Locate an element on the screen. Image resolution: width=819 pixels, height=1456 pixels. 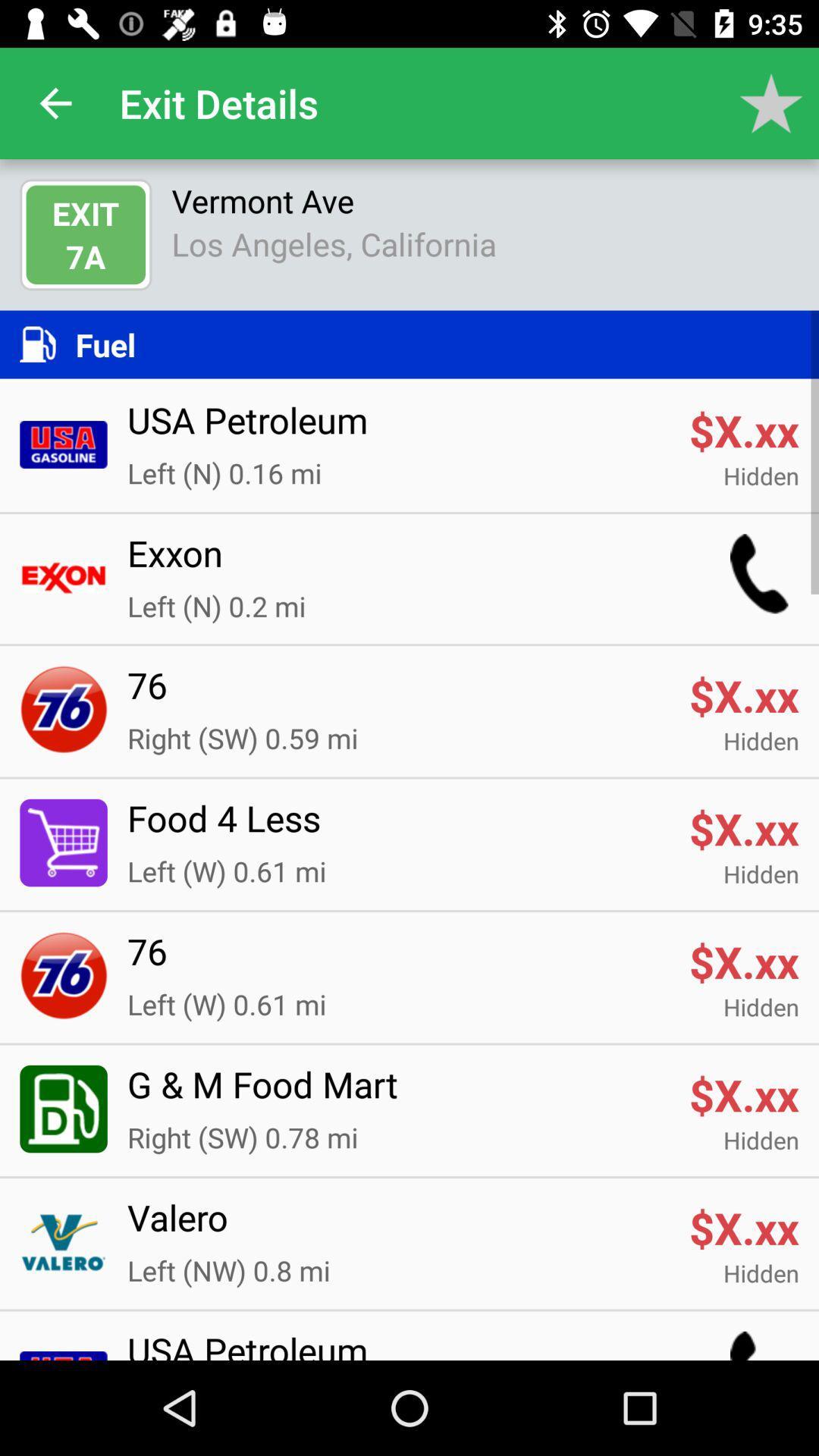
app next to exit details icon is located at coordinates (55, 102).